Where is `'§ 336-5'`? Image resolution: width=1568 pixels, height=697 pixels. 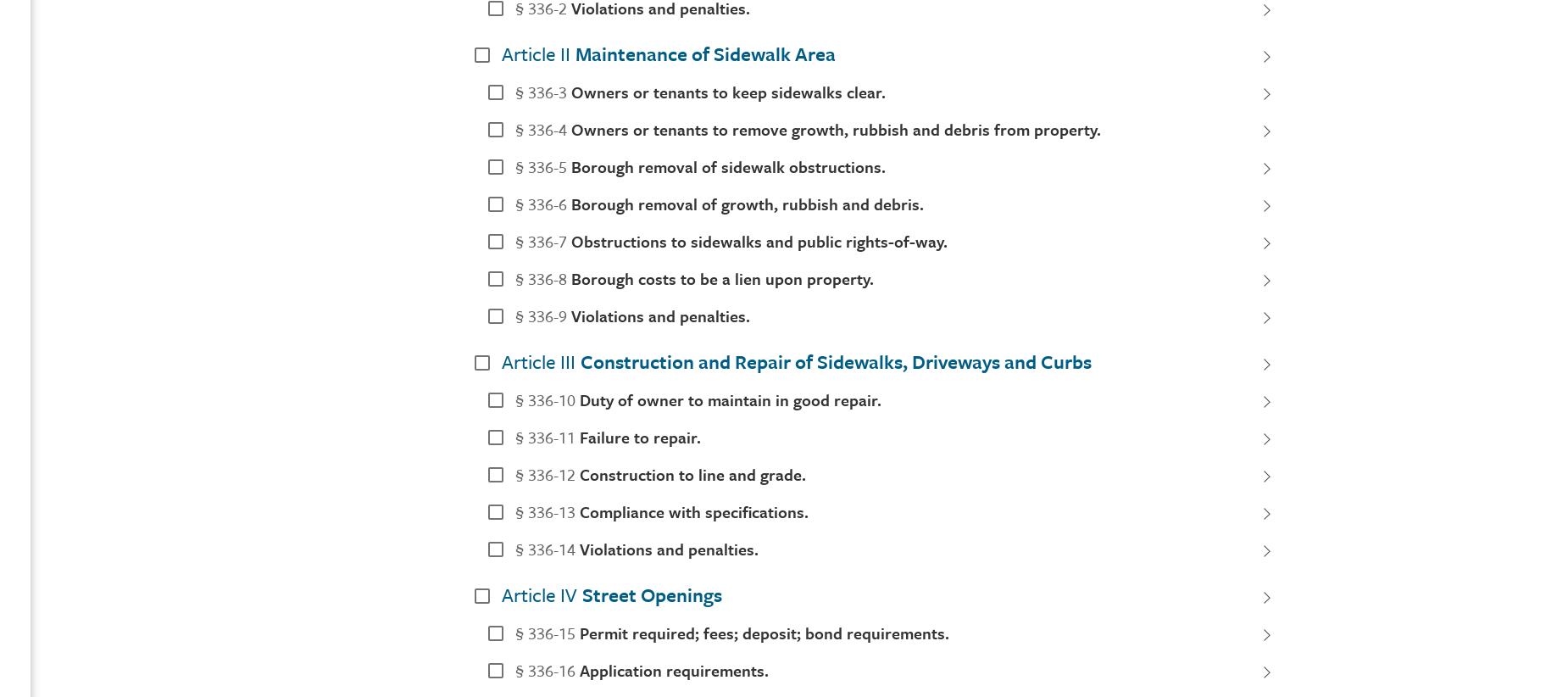 '§ 336-5' is located at coordinates (541, 164).